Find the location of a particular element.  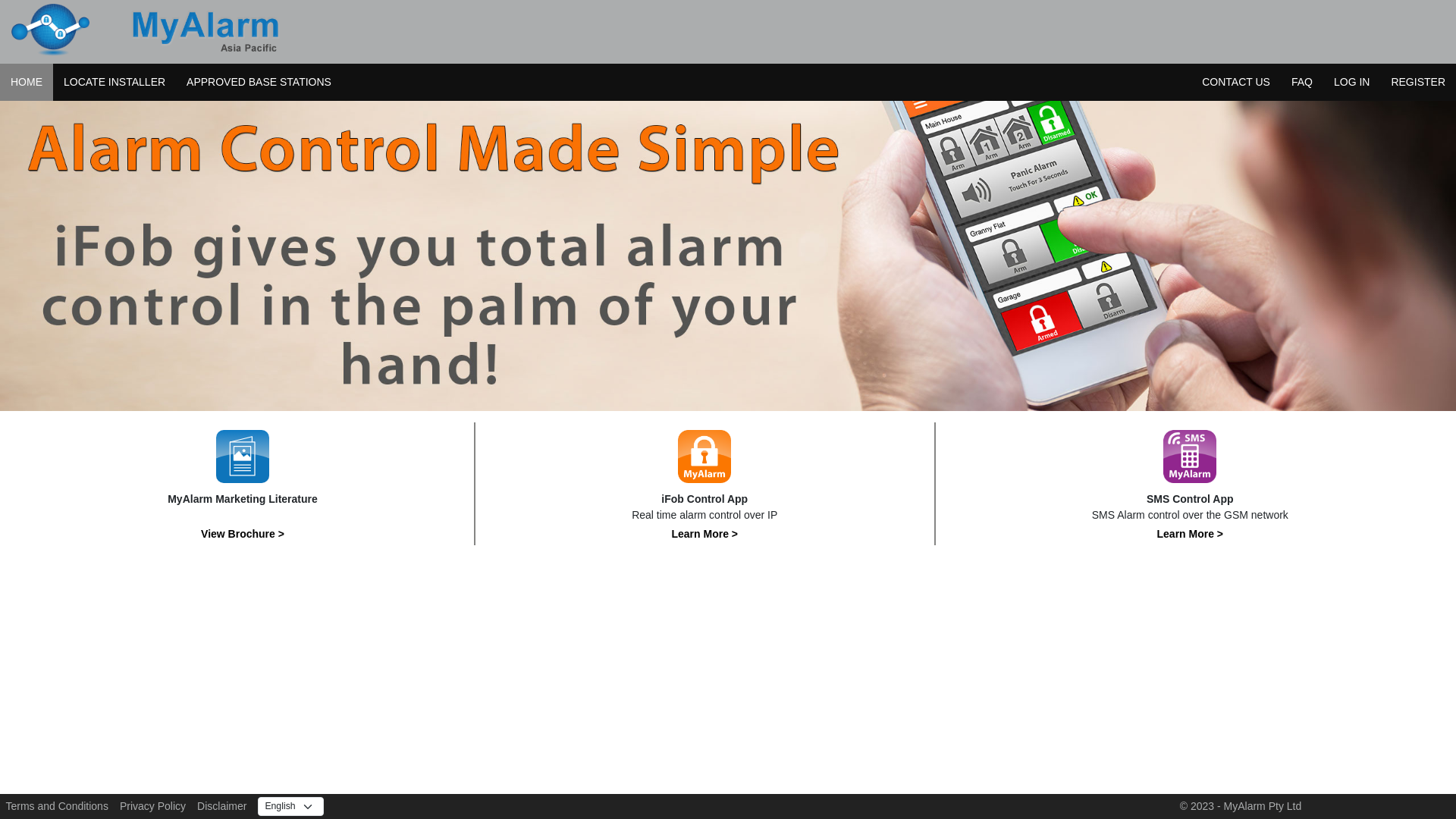

'APPROVED BASE STATIONS' is located at coordinates (175, 82).